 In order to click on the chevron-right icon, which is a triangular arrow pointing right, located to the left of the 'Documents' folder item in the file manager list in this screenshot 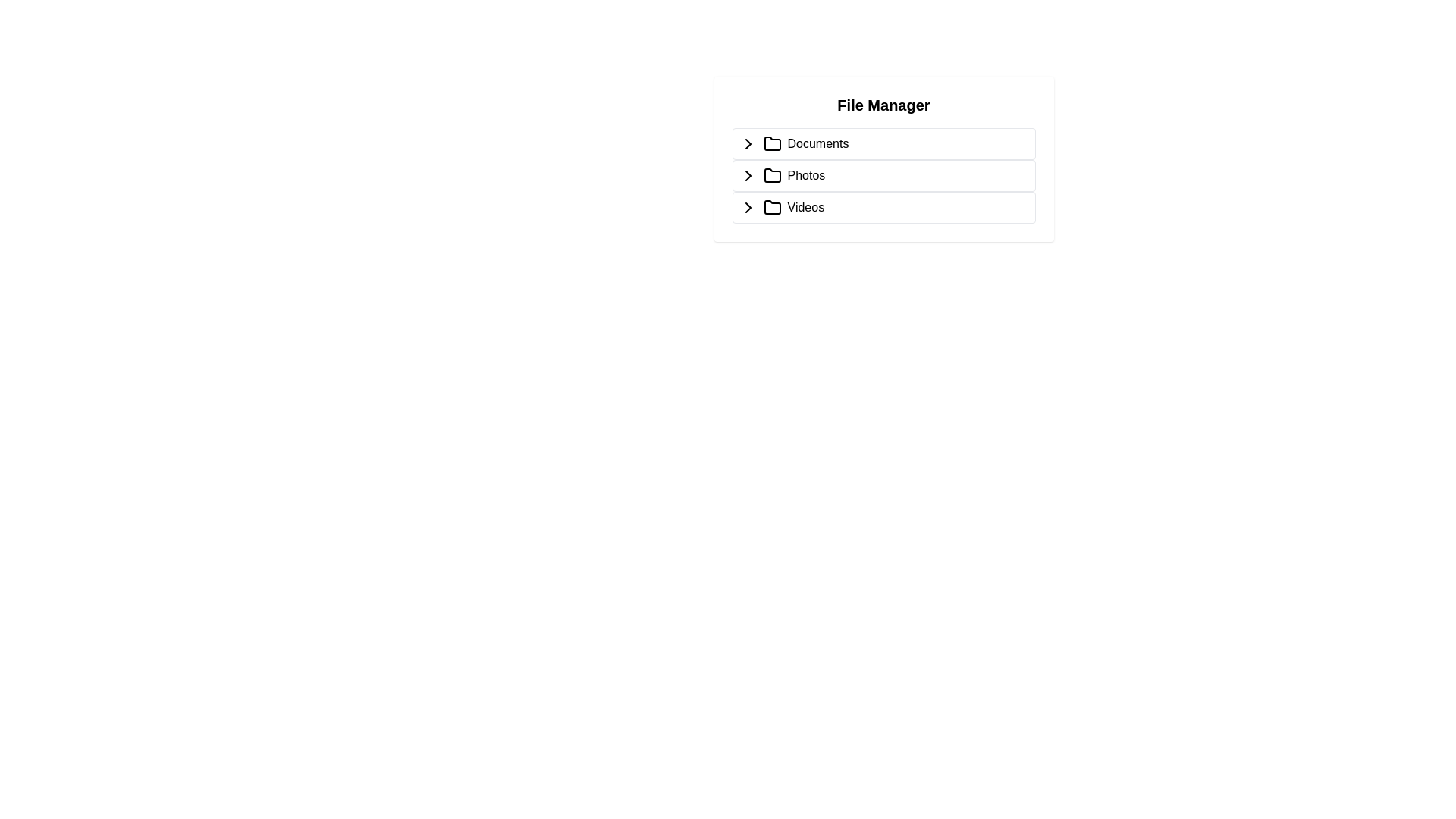, I will do `click(748, 143)`.